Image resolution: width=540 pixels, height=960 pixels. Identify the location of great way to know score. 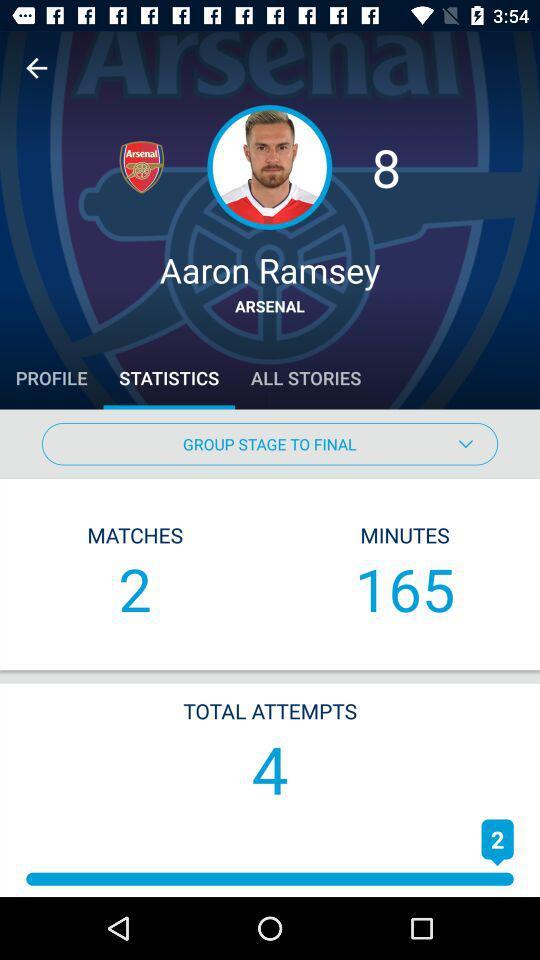
(36, 68).